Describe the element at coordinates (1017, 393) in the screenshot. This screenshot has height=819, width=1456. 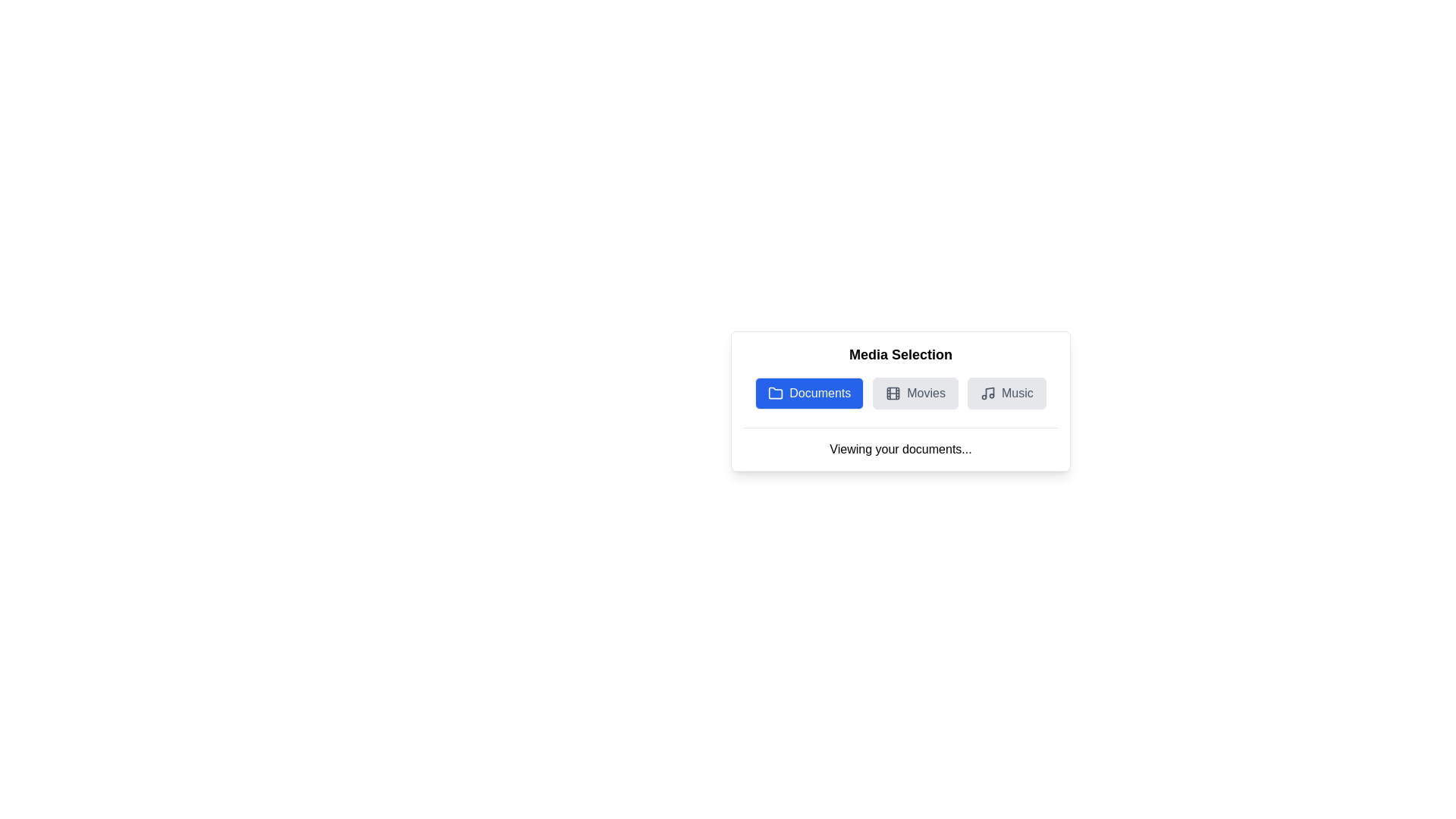
I see `the 'Music' text label within the rounded gray rectangular button, which is the rightmost media selection option` at that location.